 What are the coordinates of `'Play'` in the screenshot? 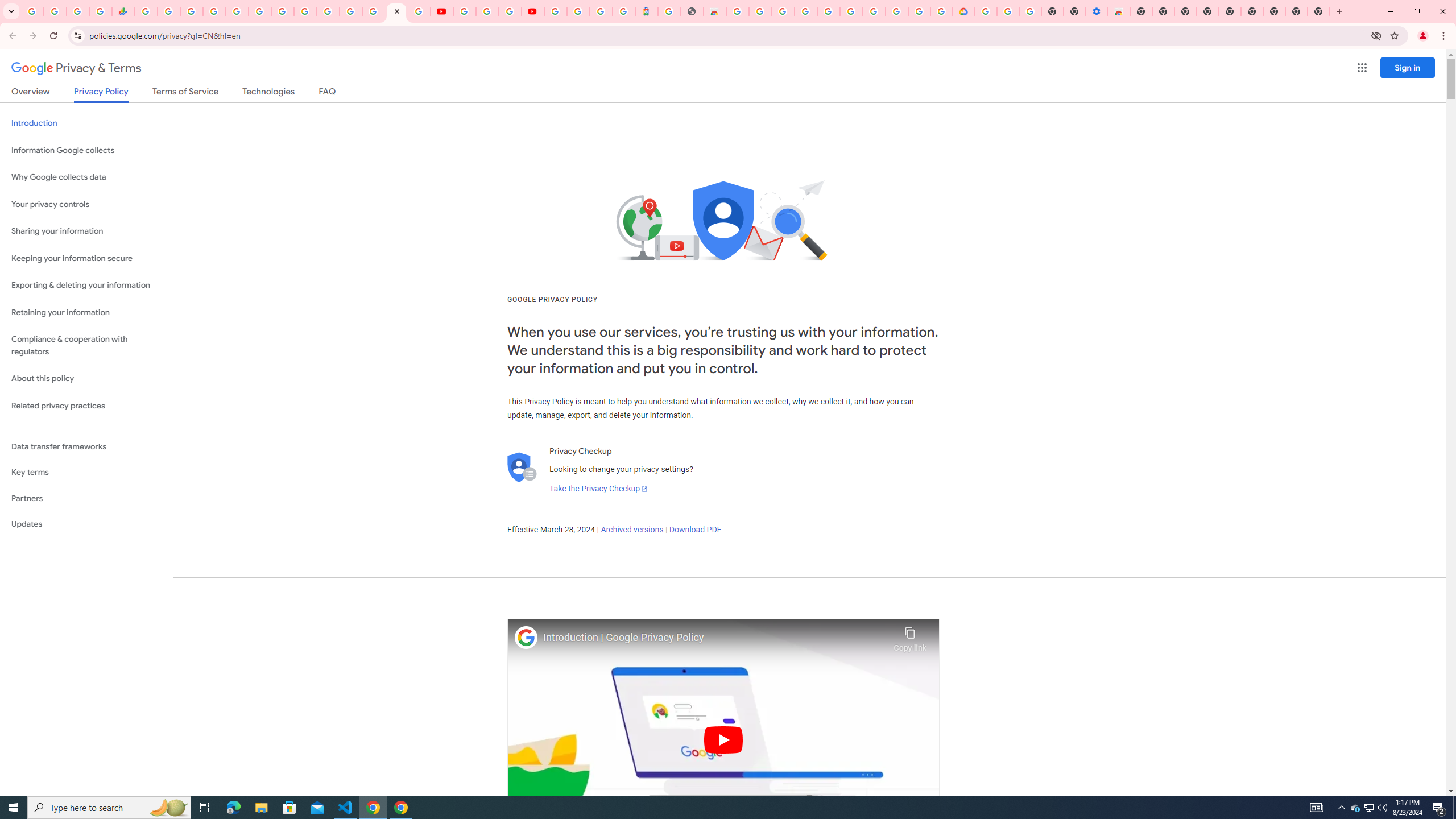 It's located at (723, 739).